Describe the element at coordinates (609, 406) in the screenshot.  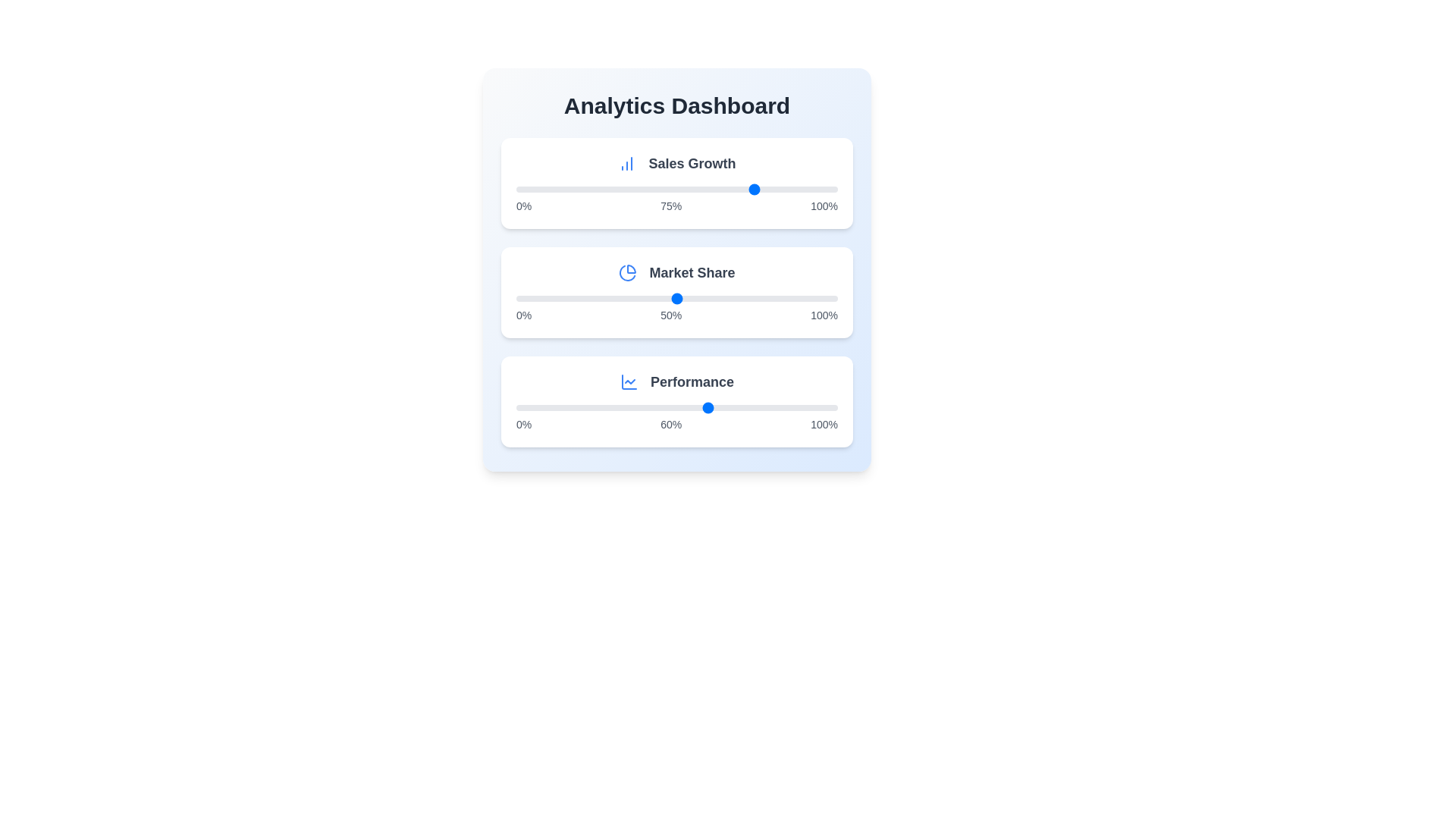
I see `the 'Performance' slider to 29 percent` at that location.